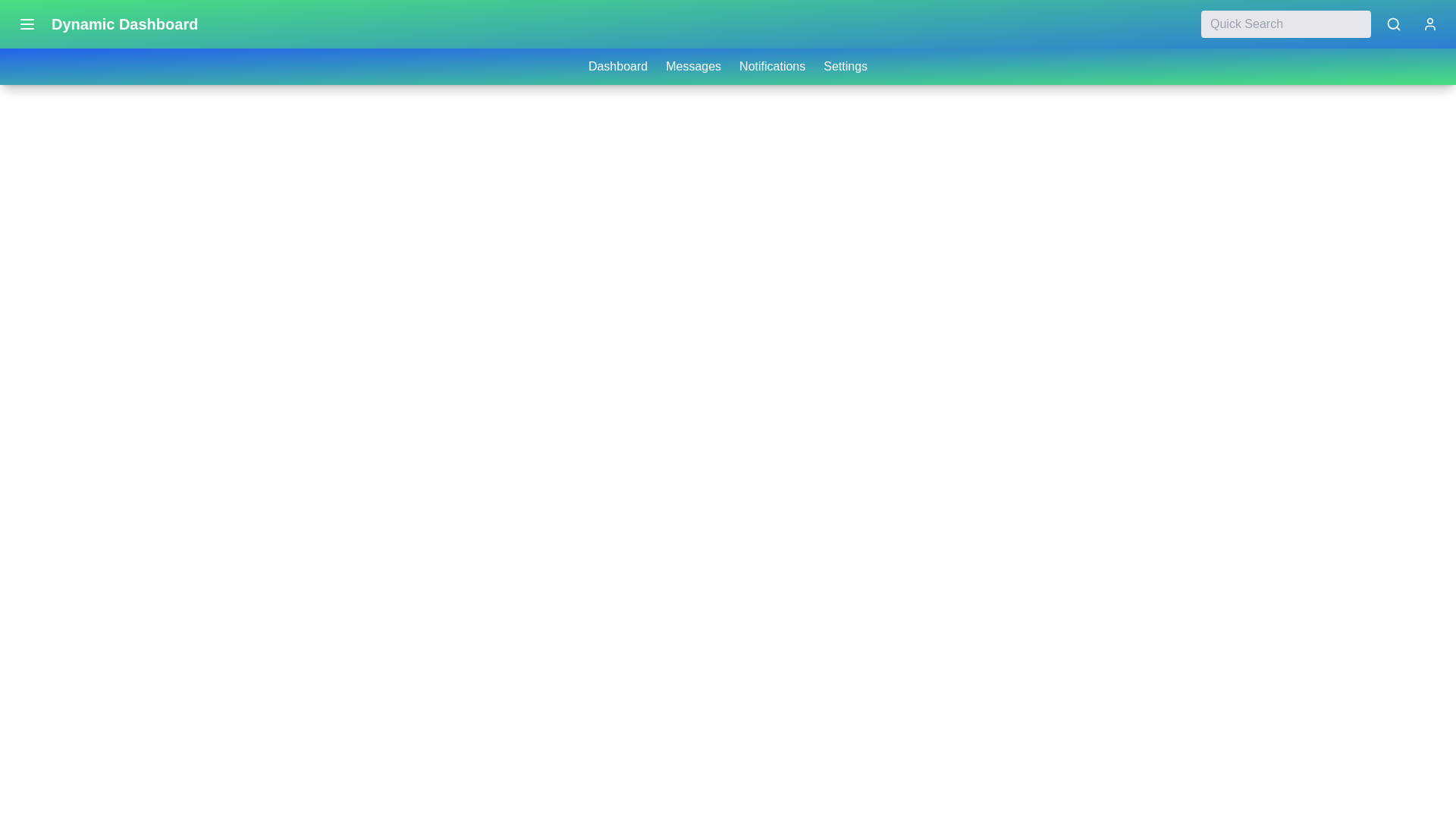 This screenshot has width=1456, height=819. I want to click on the user profile icon button located in the upper-right corner of the interface, so click(1429, 24).